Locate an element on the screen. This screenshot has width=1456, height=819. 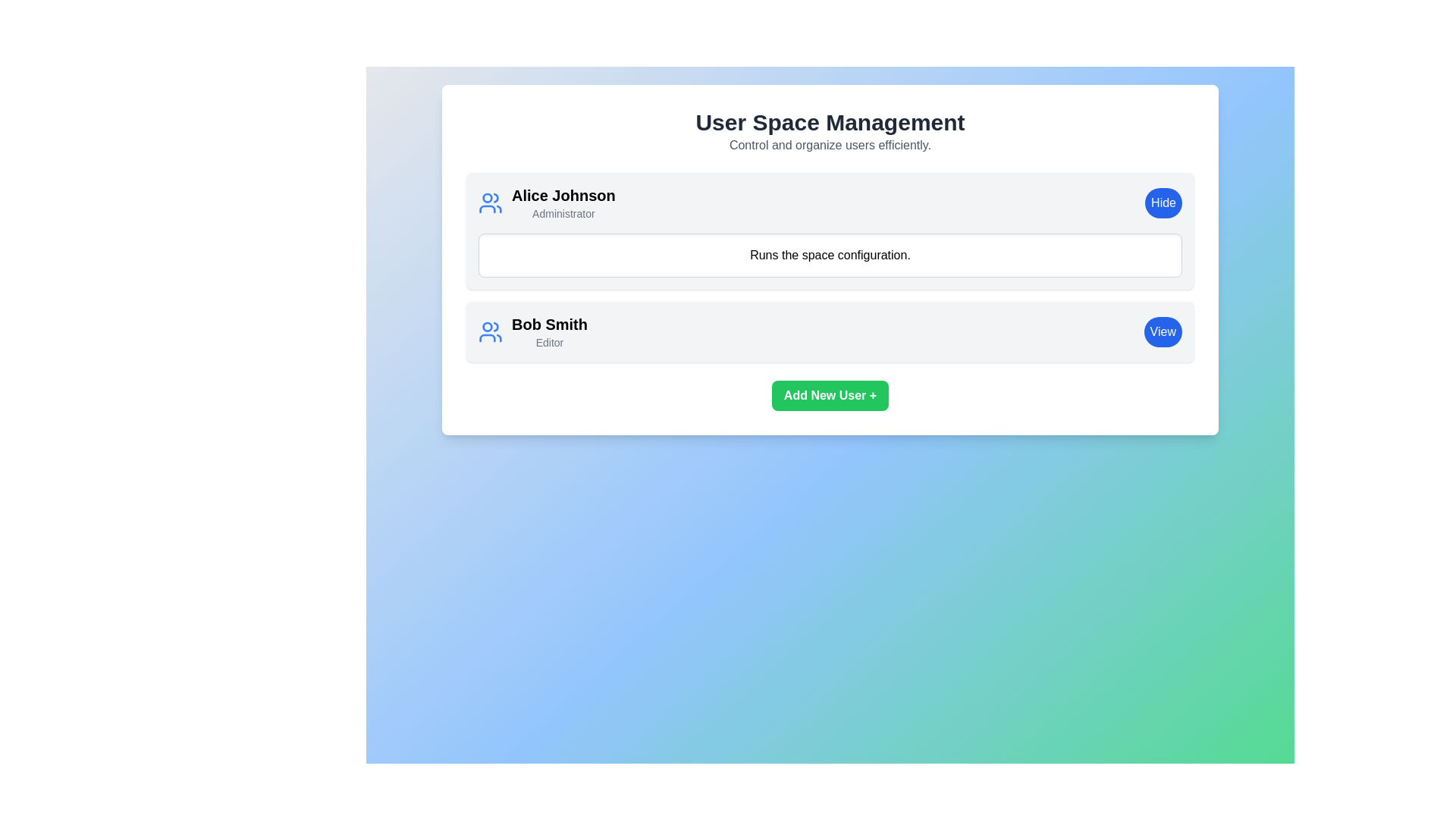
the blue button labeled 'View' located in the bottom-right corner of the 'Bob Smith' section, next to the text 'Editor' is located at coordinates (1162, 331).